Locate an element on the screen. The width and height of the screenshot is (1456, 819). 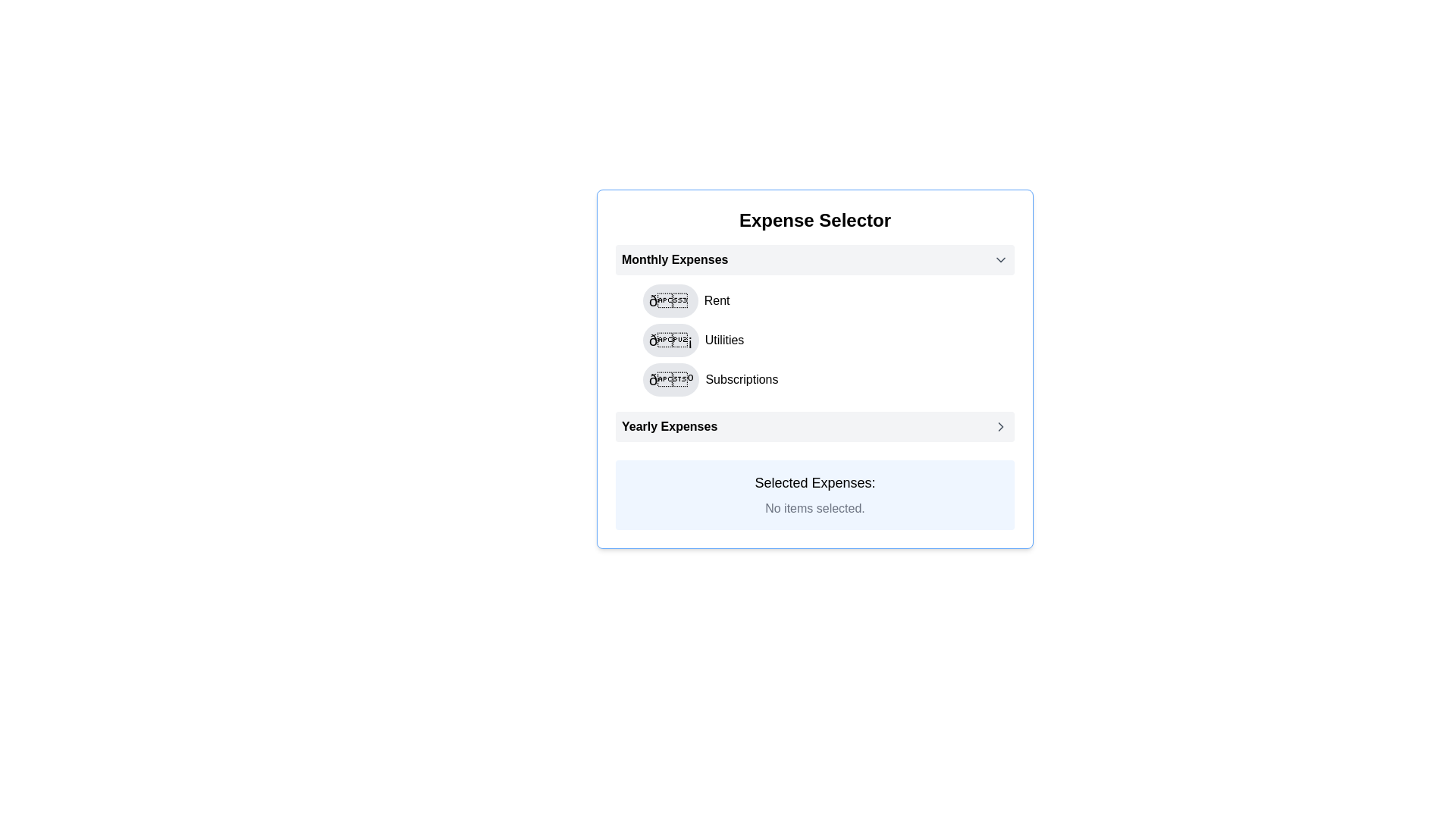
the 'Yearly Expenses' text label, which is a bold black heading located at the bottom of a list containing 'Rent', 'Utilities', and 'Subscriptions' is located at coordinates (669, 427).